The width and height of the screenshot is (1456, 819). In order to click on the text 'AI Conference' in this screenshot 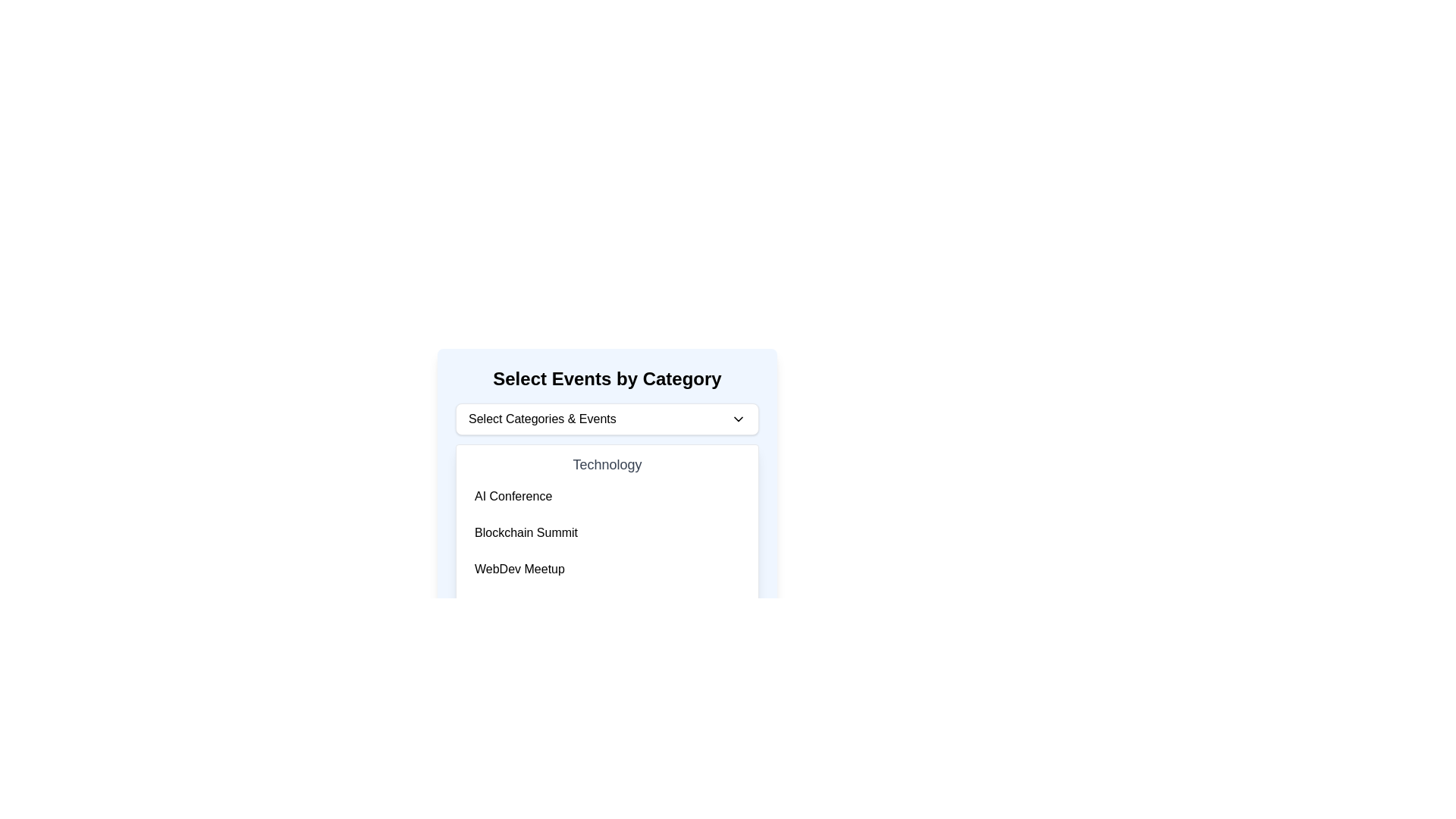, I will do `click(513, 497)`.